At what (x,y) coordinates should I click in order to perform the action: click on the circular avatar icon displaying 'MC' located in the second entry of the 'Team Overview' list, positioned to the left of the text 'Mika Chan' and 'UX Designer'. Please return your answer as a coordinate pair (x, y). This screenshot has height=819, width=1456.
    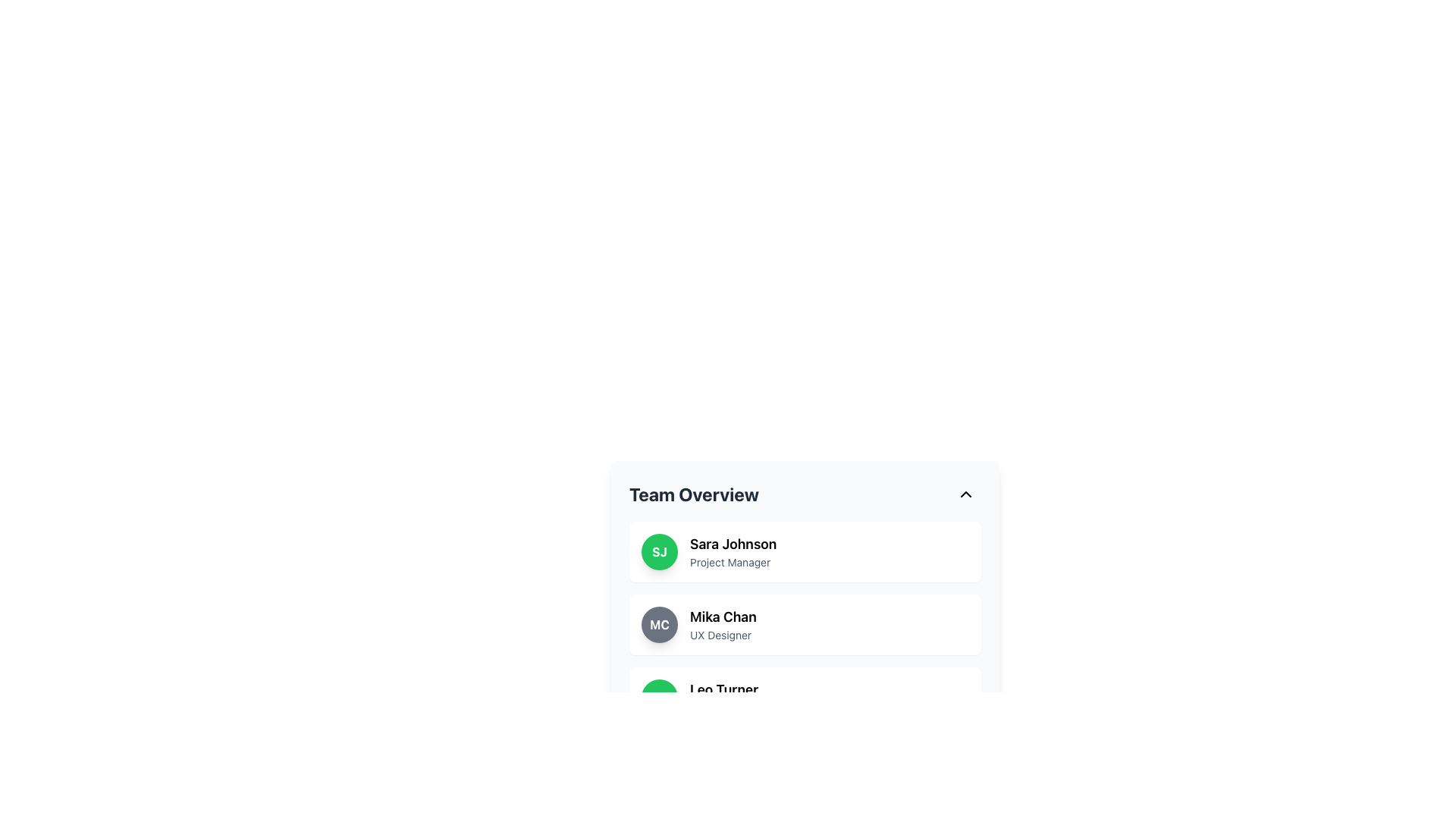
    Looking at the image, I should click on (659, 625).